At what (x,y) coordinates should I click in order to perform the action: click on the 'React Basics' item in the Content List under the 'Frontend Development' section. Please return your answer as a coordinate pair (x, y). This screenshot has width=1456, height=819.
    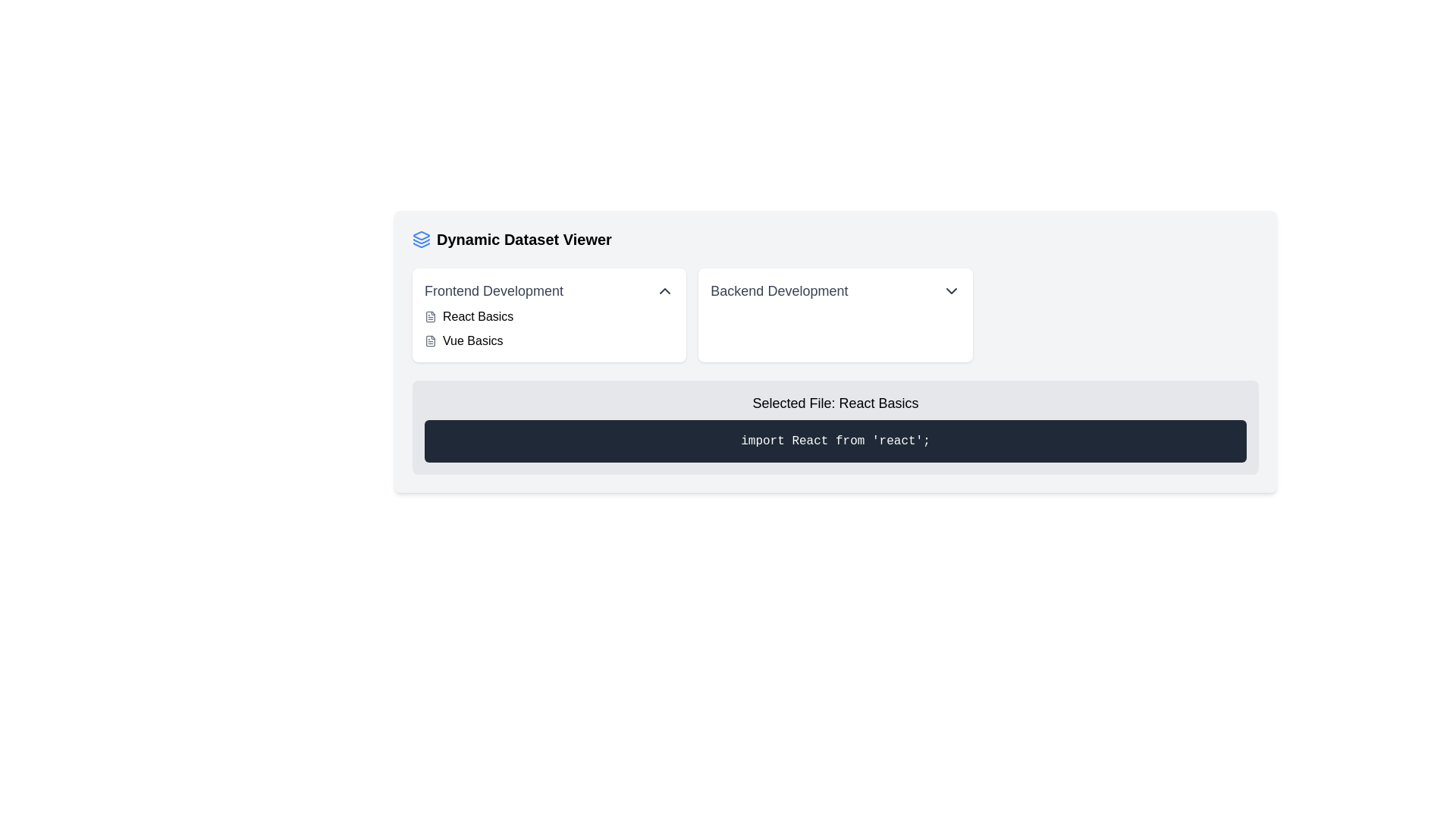
    Looking at the image, I should click on (548, 328).